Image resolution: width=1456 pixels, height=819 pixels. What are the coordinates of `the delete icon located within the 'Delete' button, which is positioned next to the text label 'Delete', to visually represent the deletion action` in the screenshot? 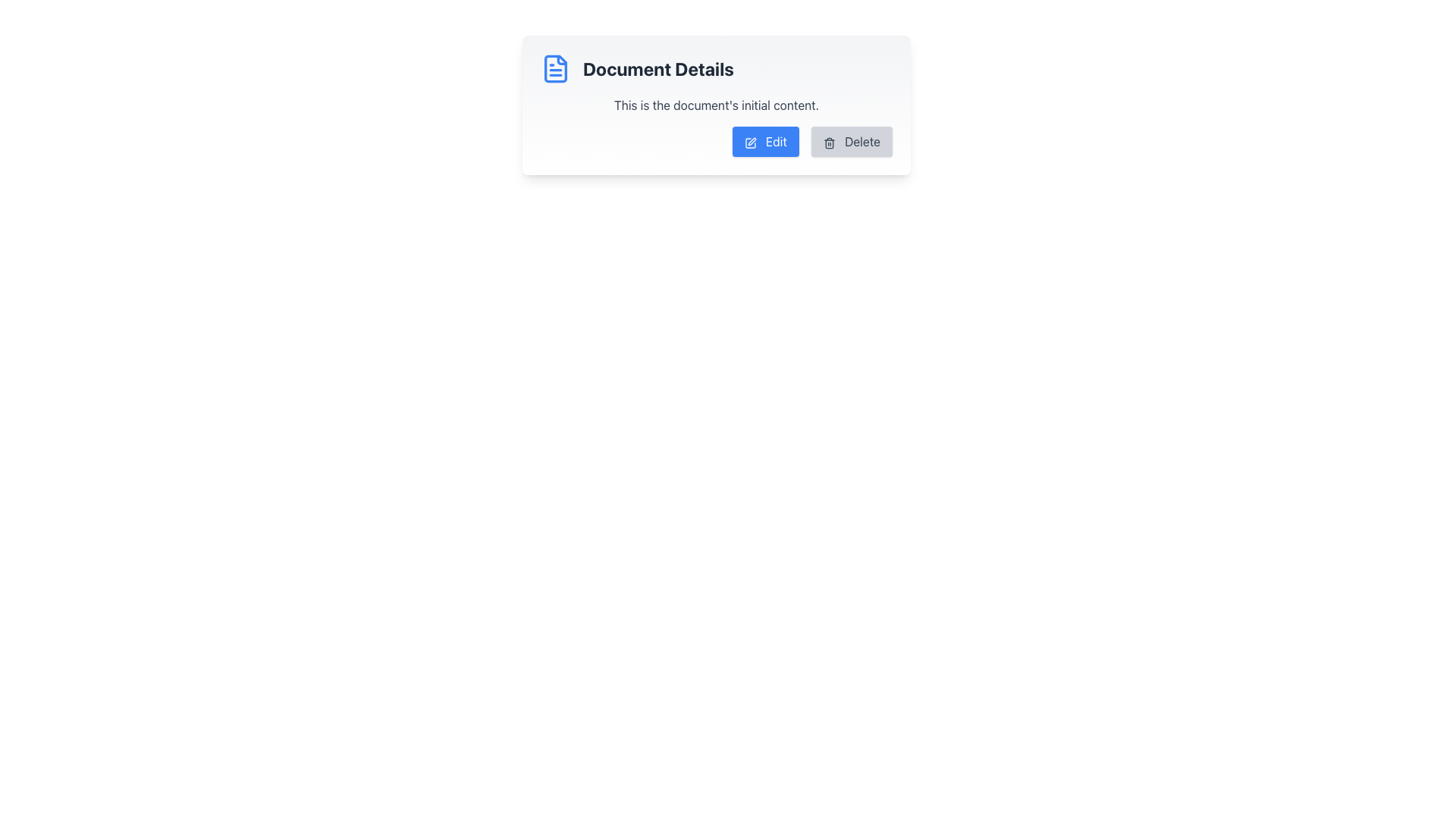 It's located at (828, 143).